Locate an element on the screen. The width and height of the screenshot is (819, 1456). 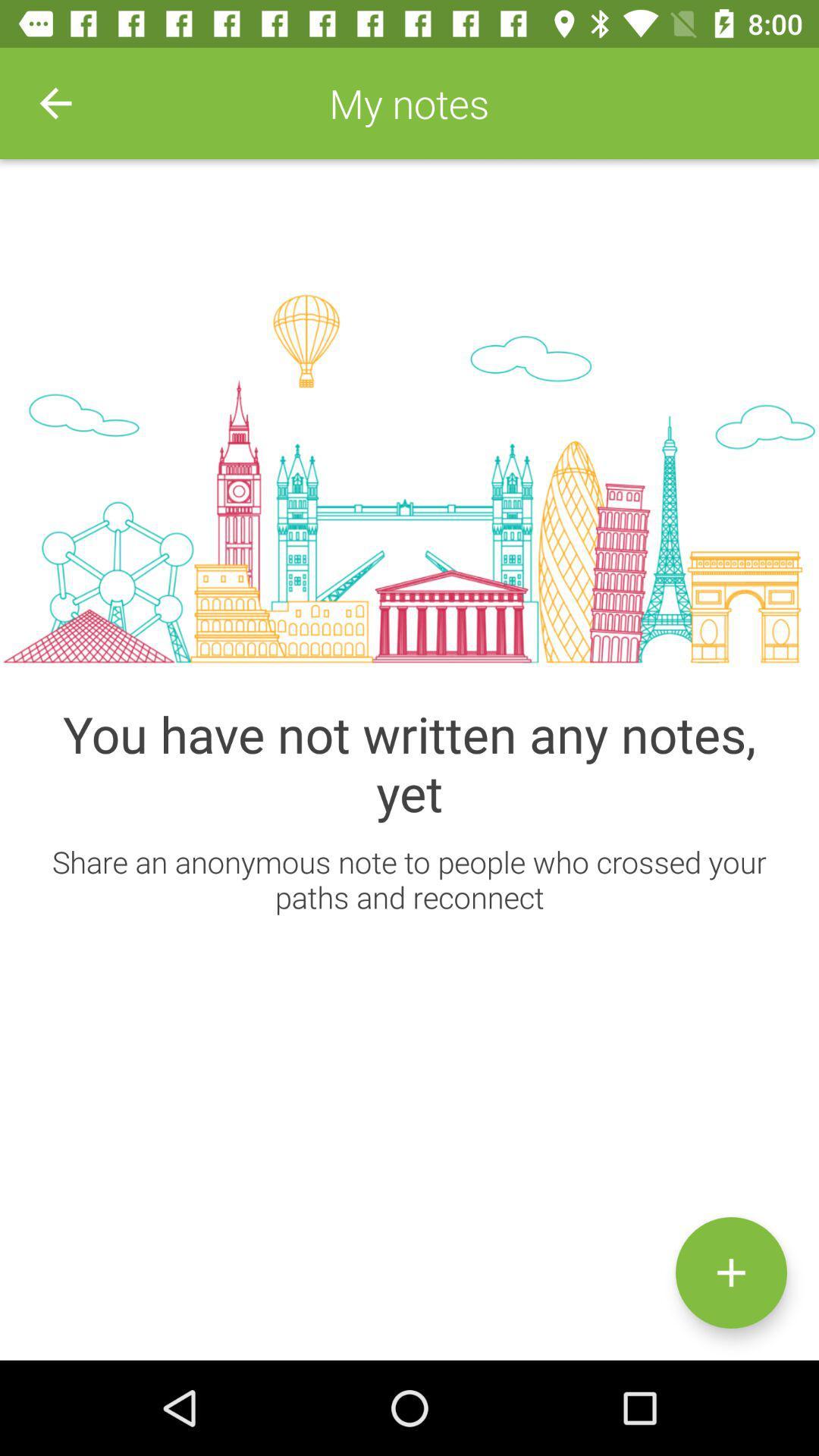
the icon at the bottom right corner is located at coordinates (730, 1272).